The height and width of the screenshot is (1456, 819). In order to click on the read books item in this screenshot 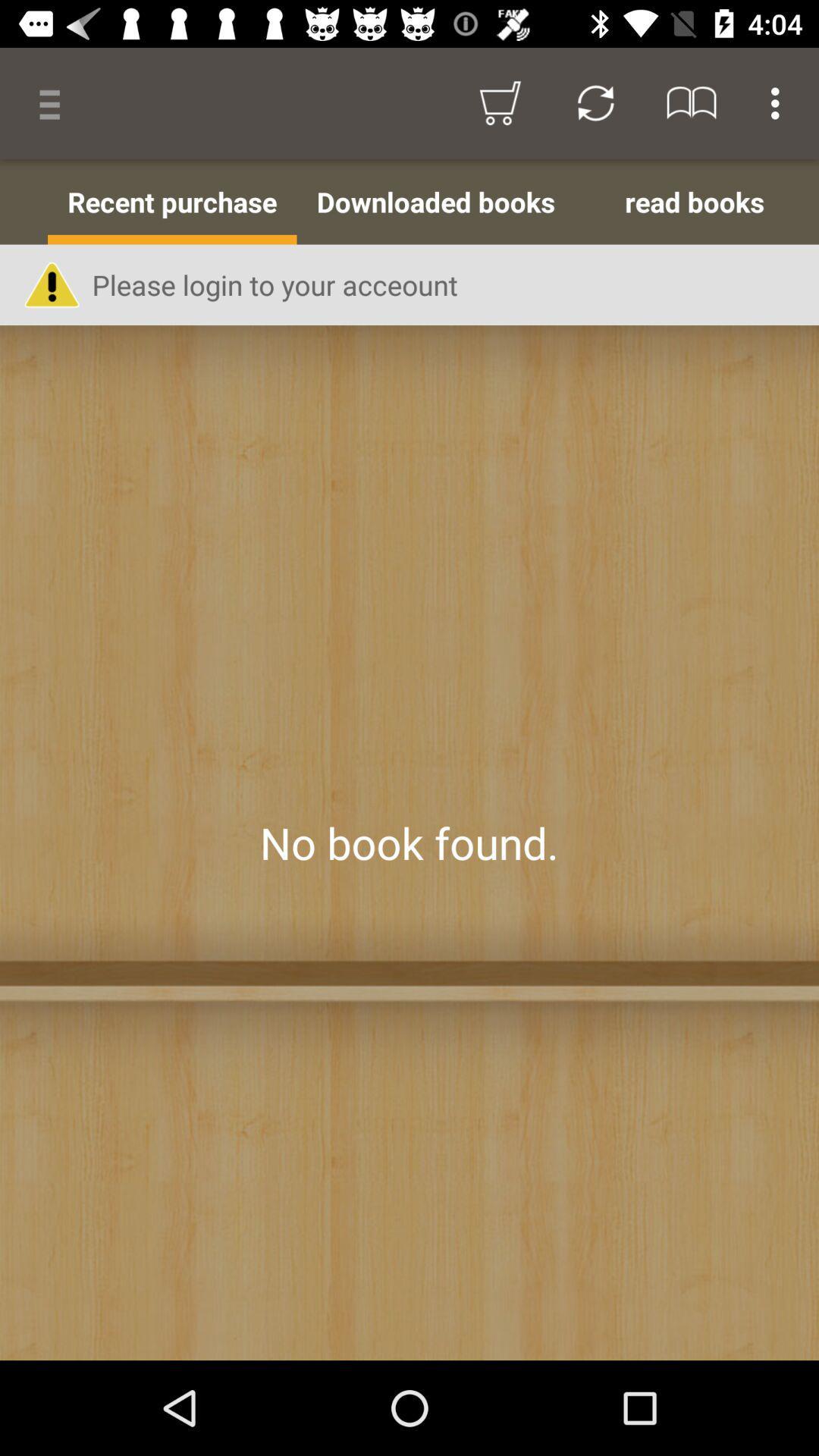, I will do `click(694, 201)`.